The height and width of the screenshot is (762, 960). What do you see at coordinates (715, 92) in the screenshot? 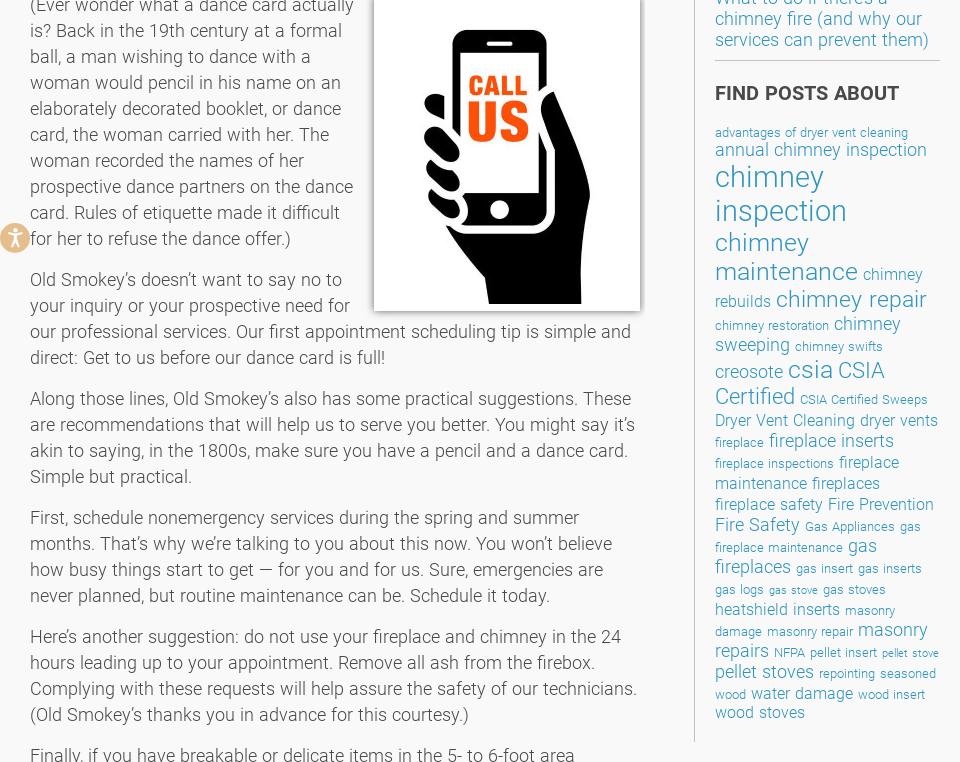
I see `'Find Posts About'` at bounding box center [715, 92].